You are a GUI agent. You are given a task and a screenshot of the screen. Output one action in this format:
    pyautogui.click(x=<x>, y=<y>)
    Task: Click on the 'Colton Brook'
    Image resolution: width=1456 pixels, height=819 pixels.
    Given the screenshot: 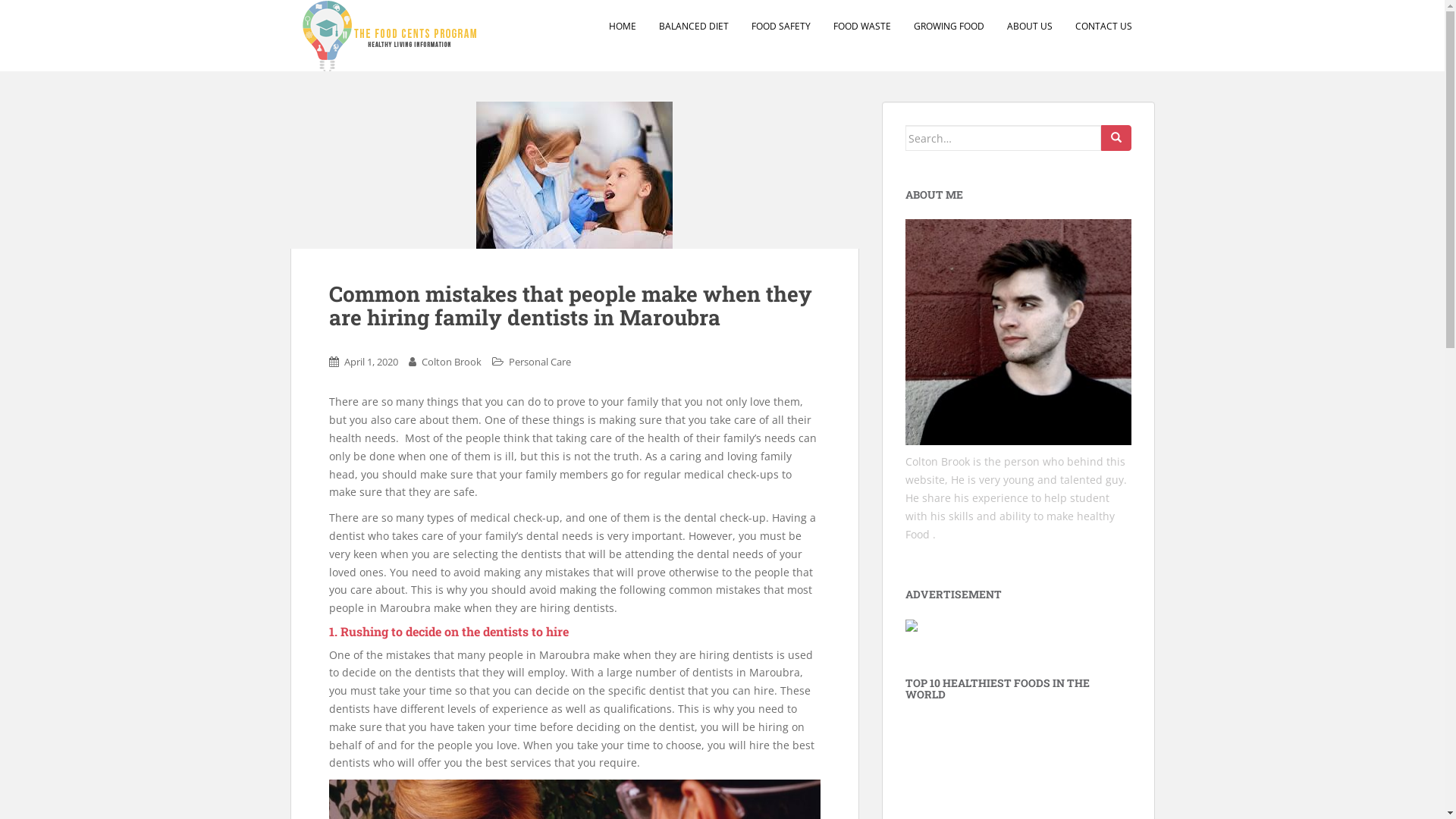 What is the action you would take?
    pyautogui.click(x=450, y=362)
    